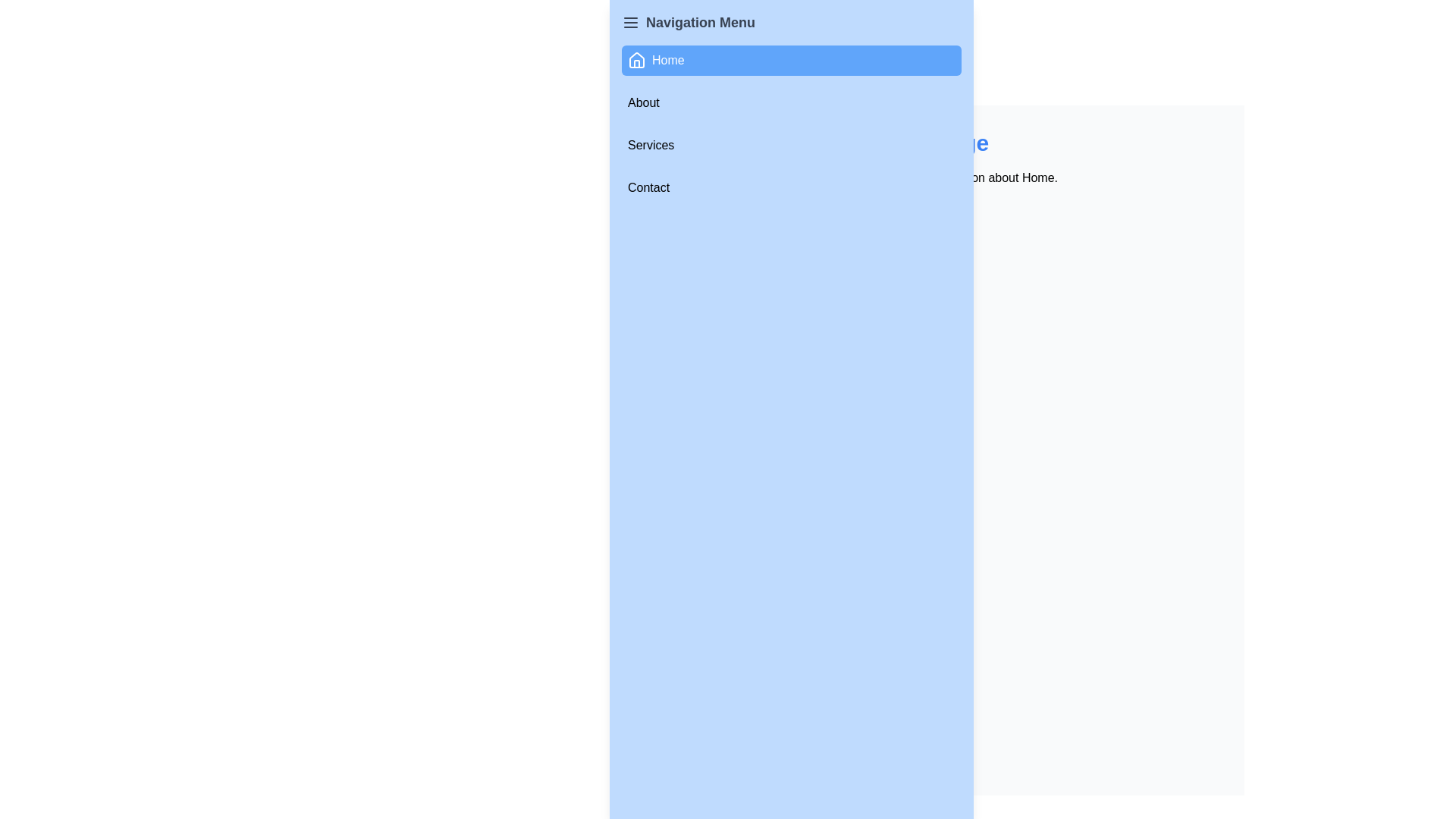  Describe the element at coordinates (926, 143) in the screenshot. I see `the Text label that serves as the title or heading for the main content section of the page` at that location.